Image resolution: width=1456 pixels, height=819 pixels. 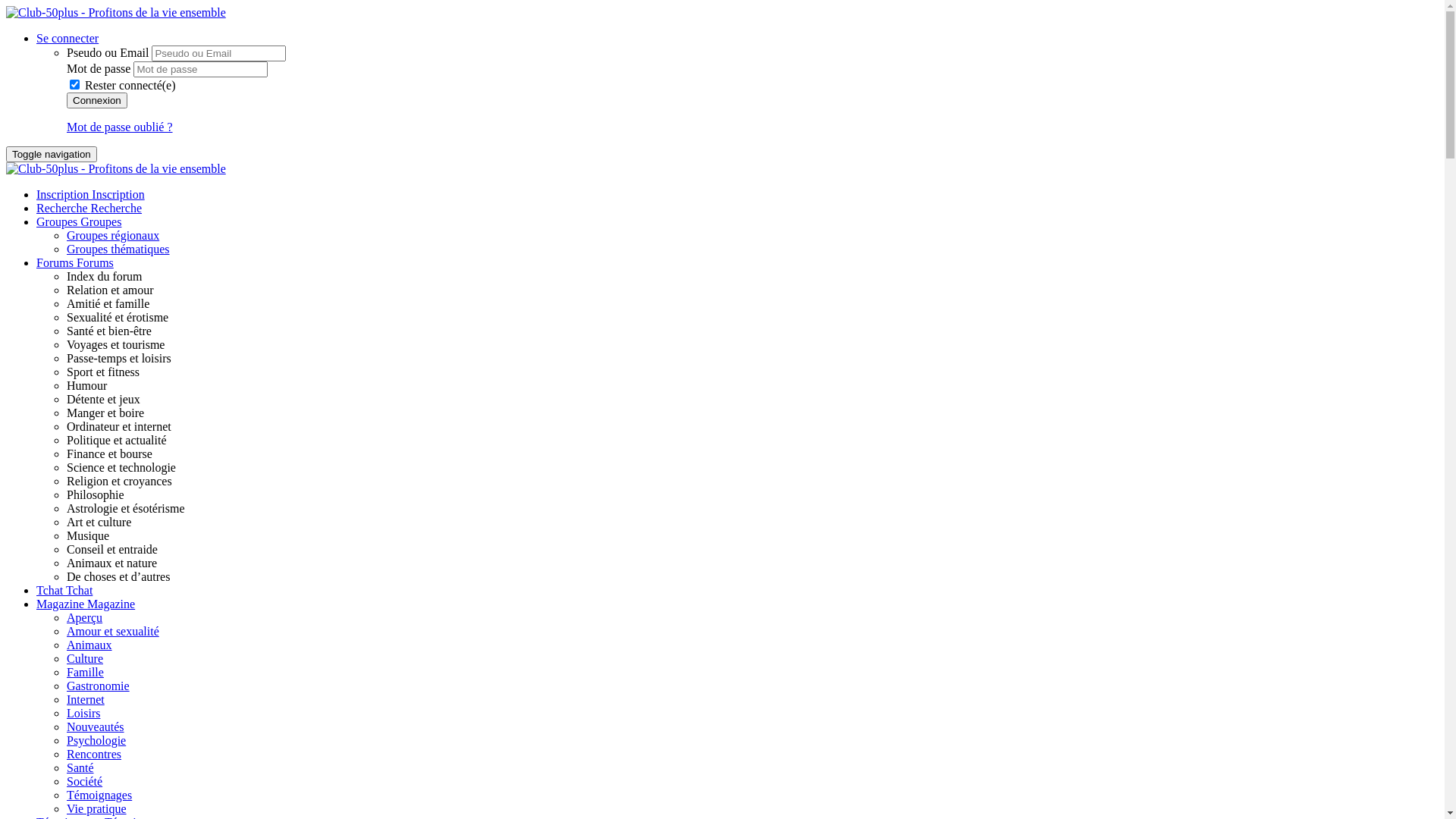 I want to click on 'Groupes', so click(x=36, y=221).